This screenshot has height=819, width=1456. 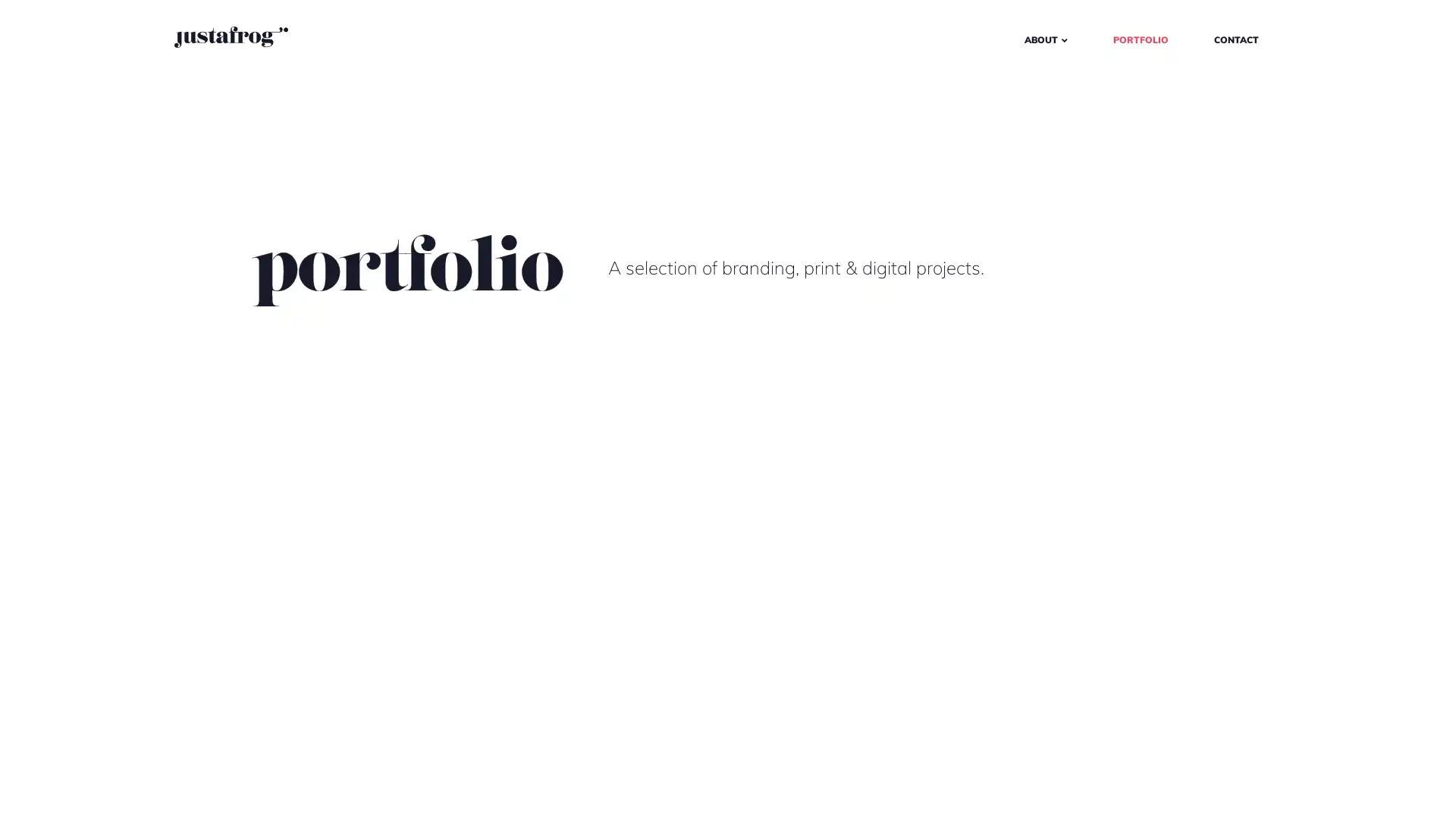 What do you see at coordinates (126, 779) in the screenshot?
I see `VIEW` at bounding box center [126, 779].